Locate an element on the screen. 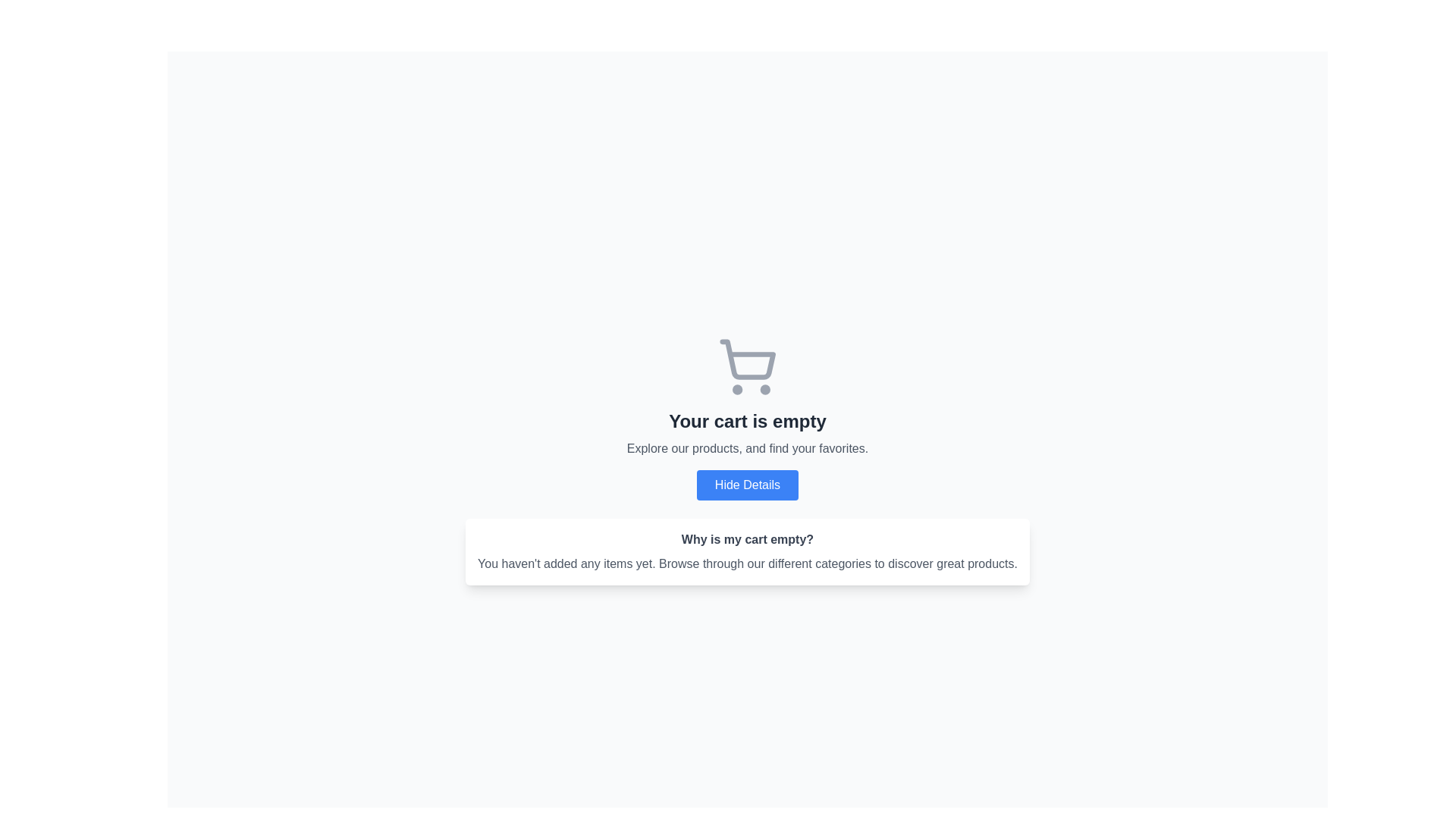 This screenshot has height=819, width=1456. text label that indicates the shopping cart is empty, located centrally below the shopping cart icon is located at coordinates (747, 421).